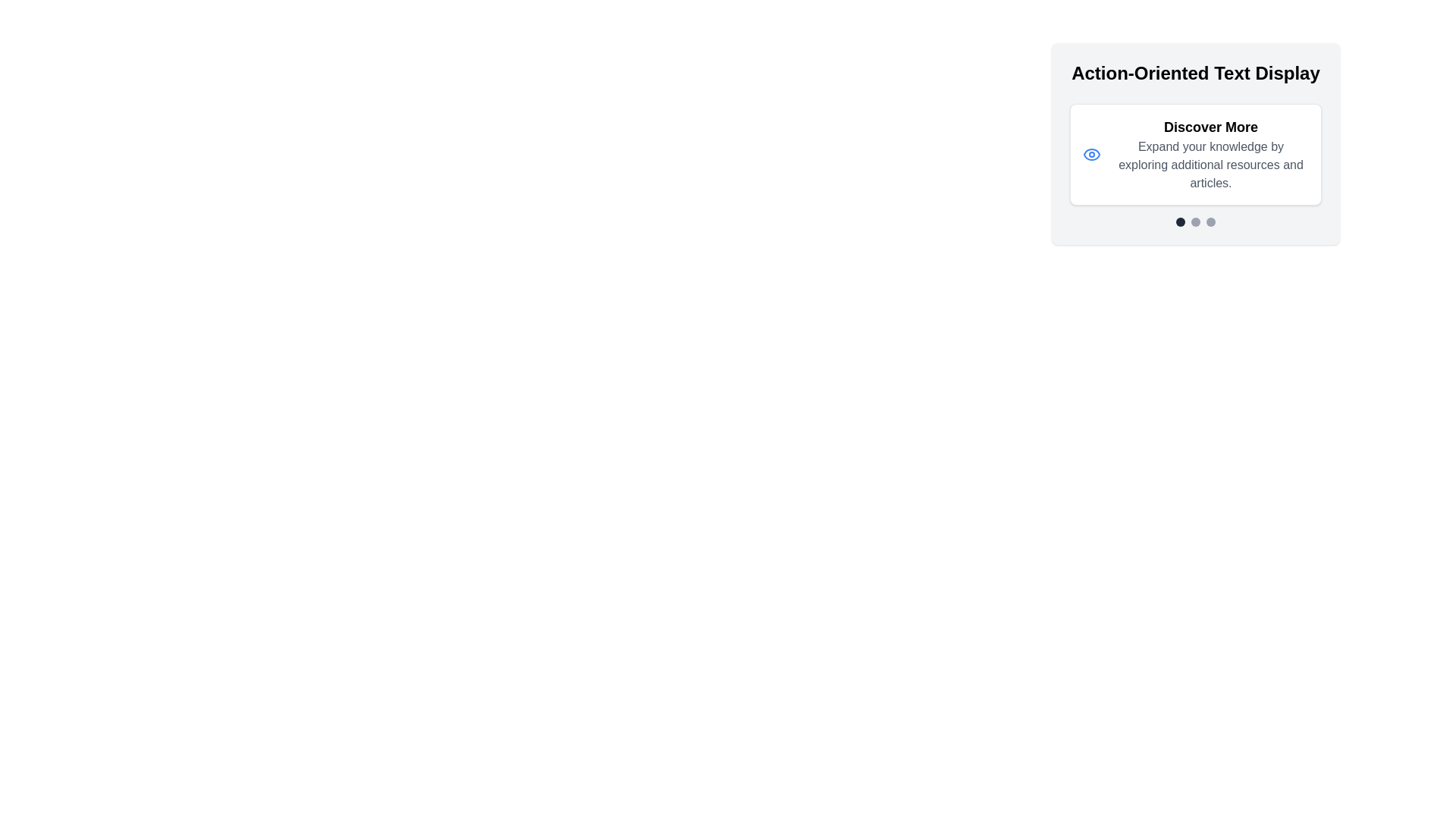 This screenshot has width=1456, height=819. I want to click on the pagination circles at the bottom of the 'Action-Oriented Text Display' card to understand the current state or step, so click(1195, 222).